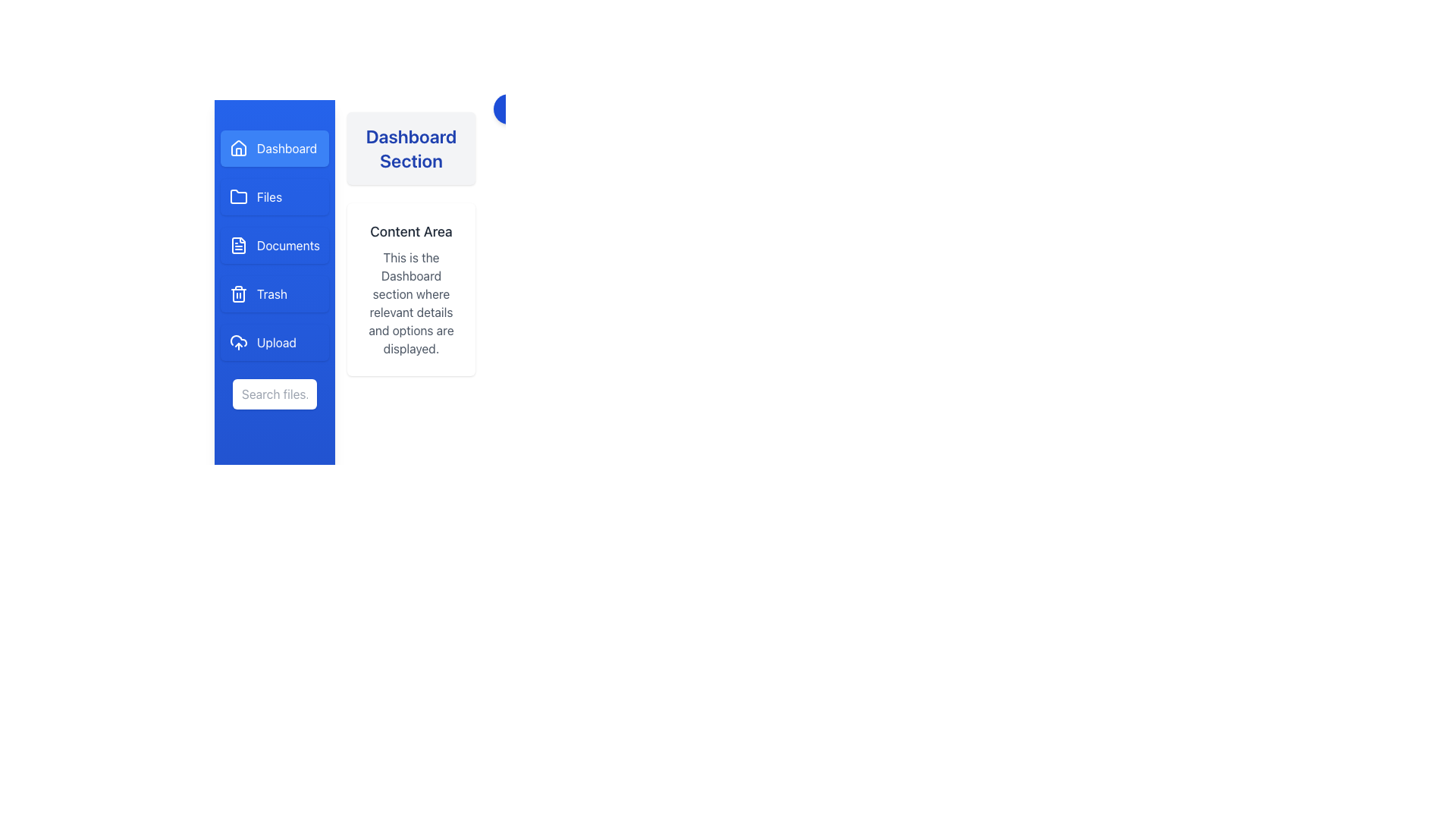 The width and height of the screenshot is (1456, 819). What do you see at coordinates (275, 245) in the screenshot?
I see `the 'Documents' button in the left sidebar` at bounding box center [275, 245].